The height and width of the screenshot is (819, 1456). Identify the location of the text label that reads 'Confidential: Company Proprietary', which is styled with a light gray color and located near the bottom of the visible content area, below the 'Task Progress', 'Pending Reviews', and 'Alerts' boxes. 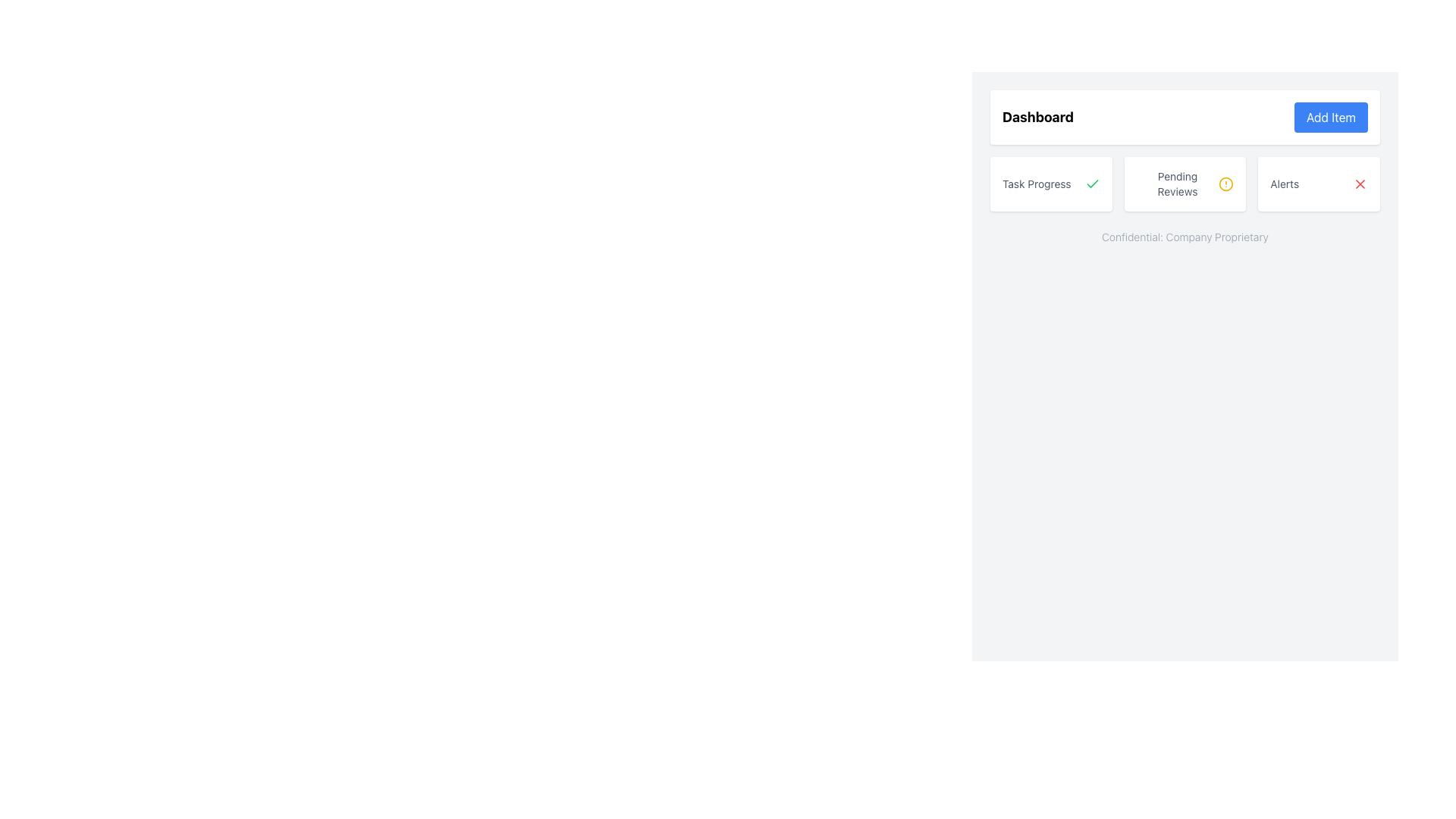
(1185, 237).